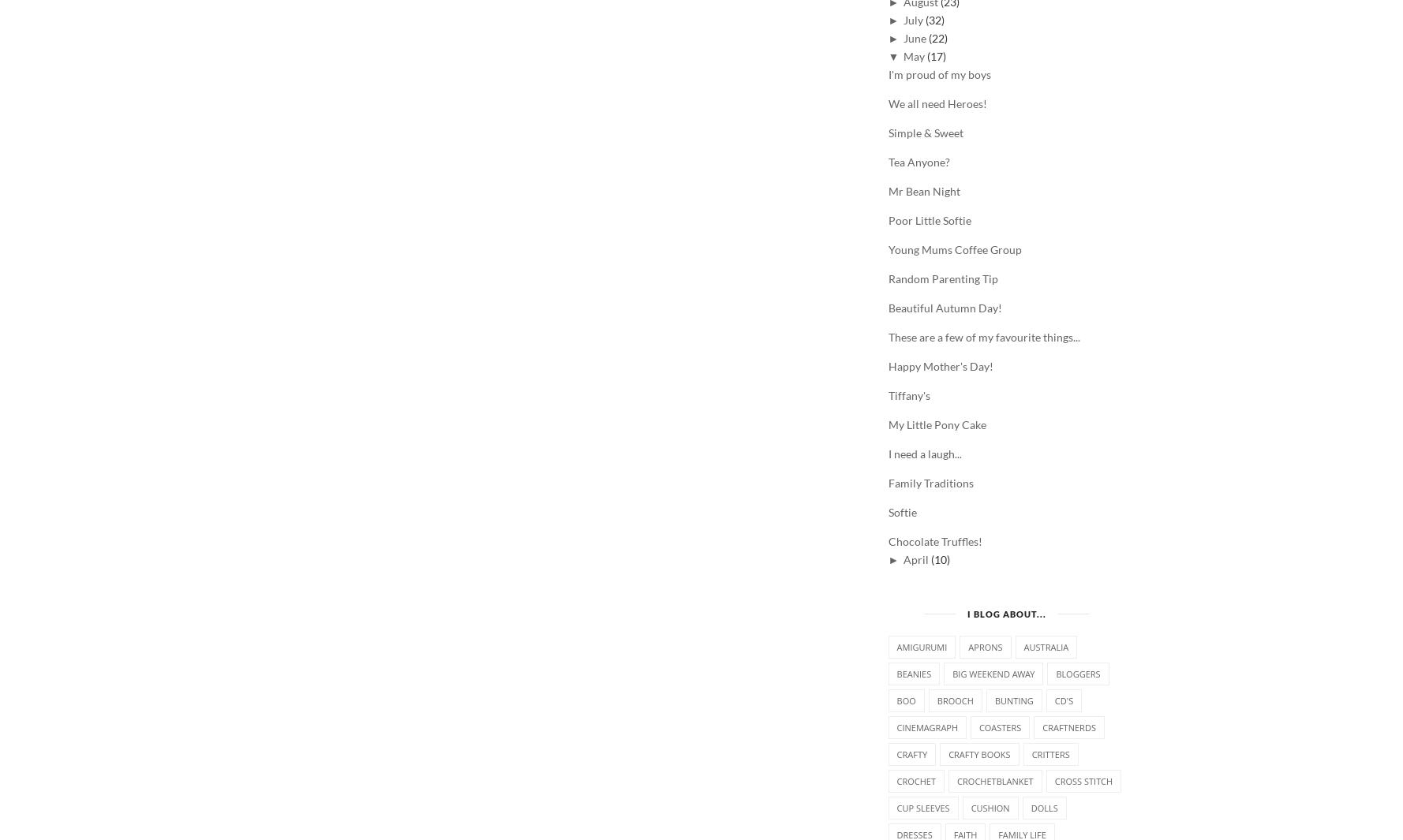 This screenshot has height=840, width=1403. I want to click on '(22)', so click(937, 36).